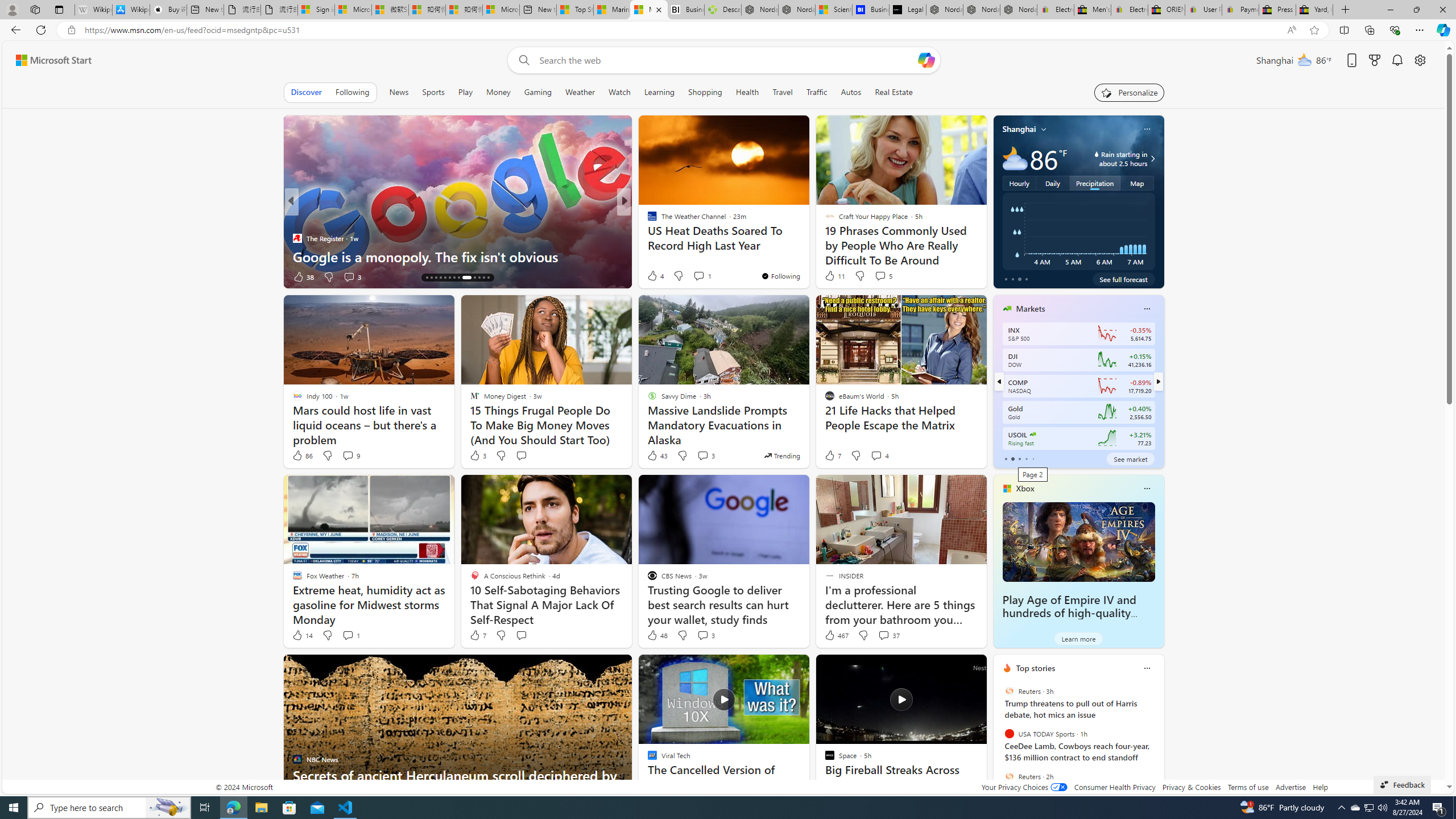 This screenshot has height=819, width=1456. What do you see at coordinates (702, 276) in the screenshot?
I see `'View comments 2 Comment'` at bounding box center [702, 276].